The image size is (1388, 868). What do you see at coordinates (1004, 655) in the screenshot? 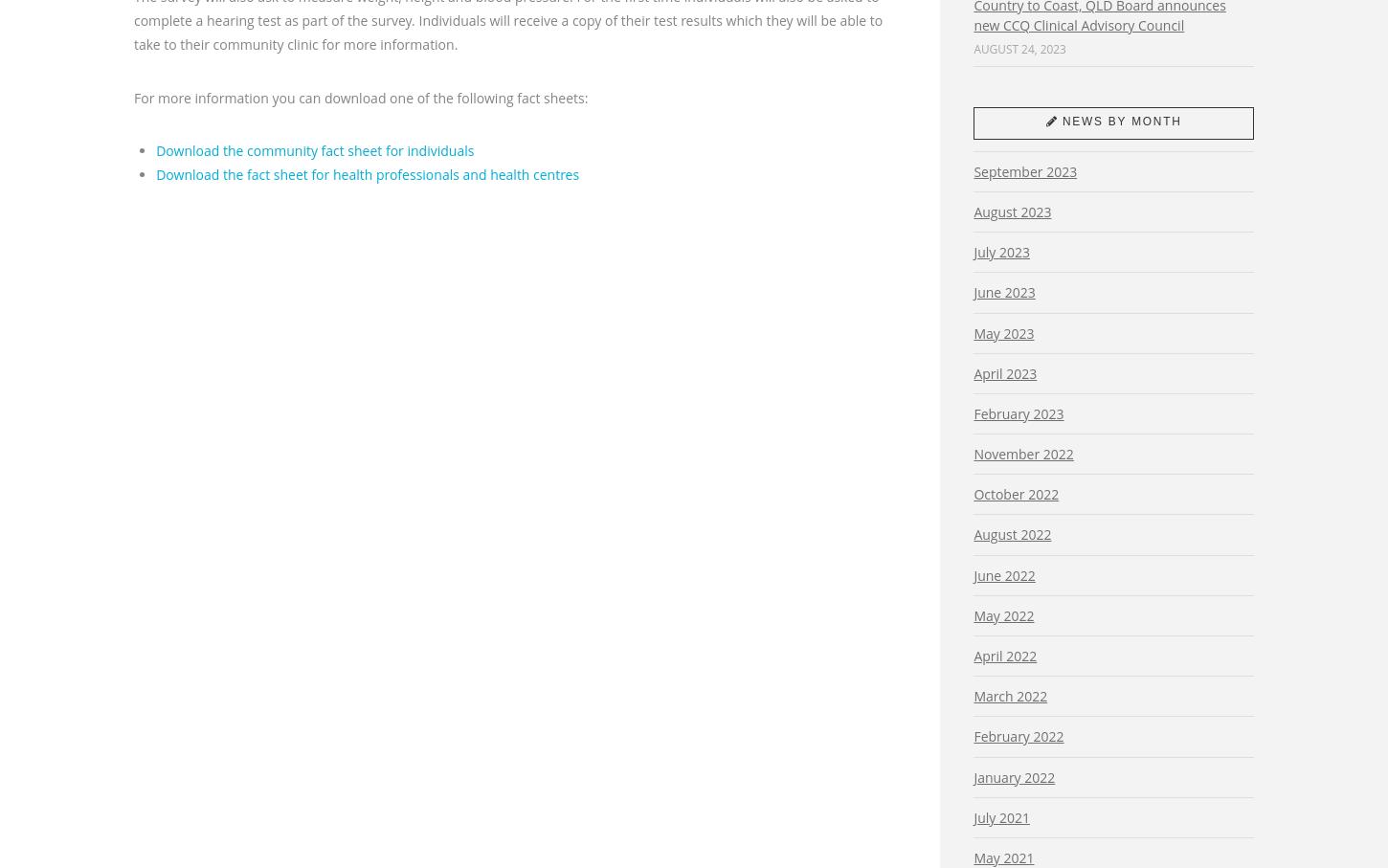
I see `'April 2022'` at bounding box center [1004, 655].